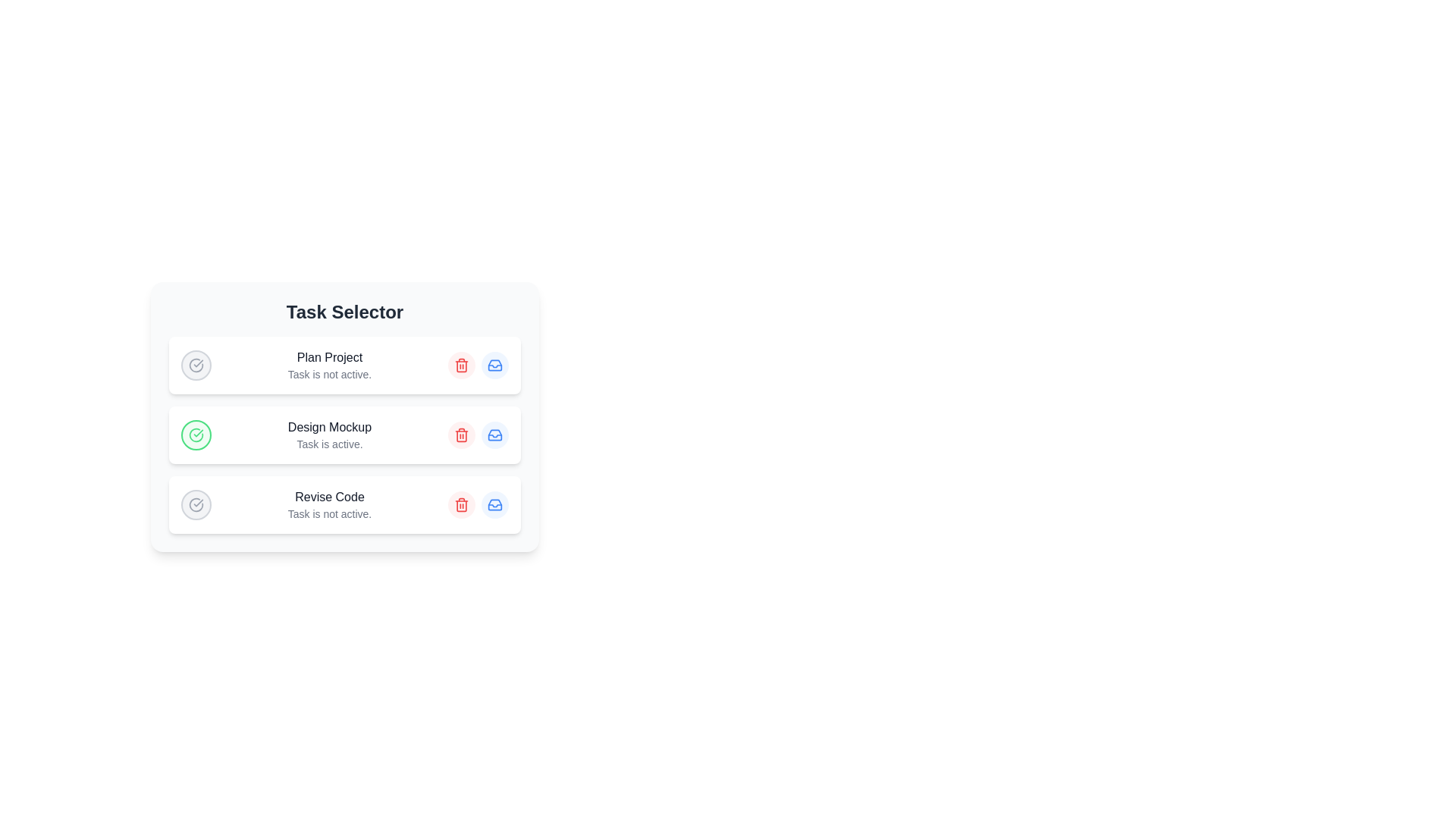 This screenshot has height=819, width=1456. Describe the element at coordinates (329, 366) in the screenshot. I see `the informational text block that contains 'Plan Project' and 'Task is not active.' within the first card in the vertical list of task items` at that location.